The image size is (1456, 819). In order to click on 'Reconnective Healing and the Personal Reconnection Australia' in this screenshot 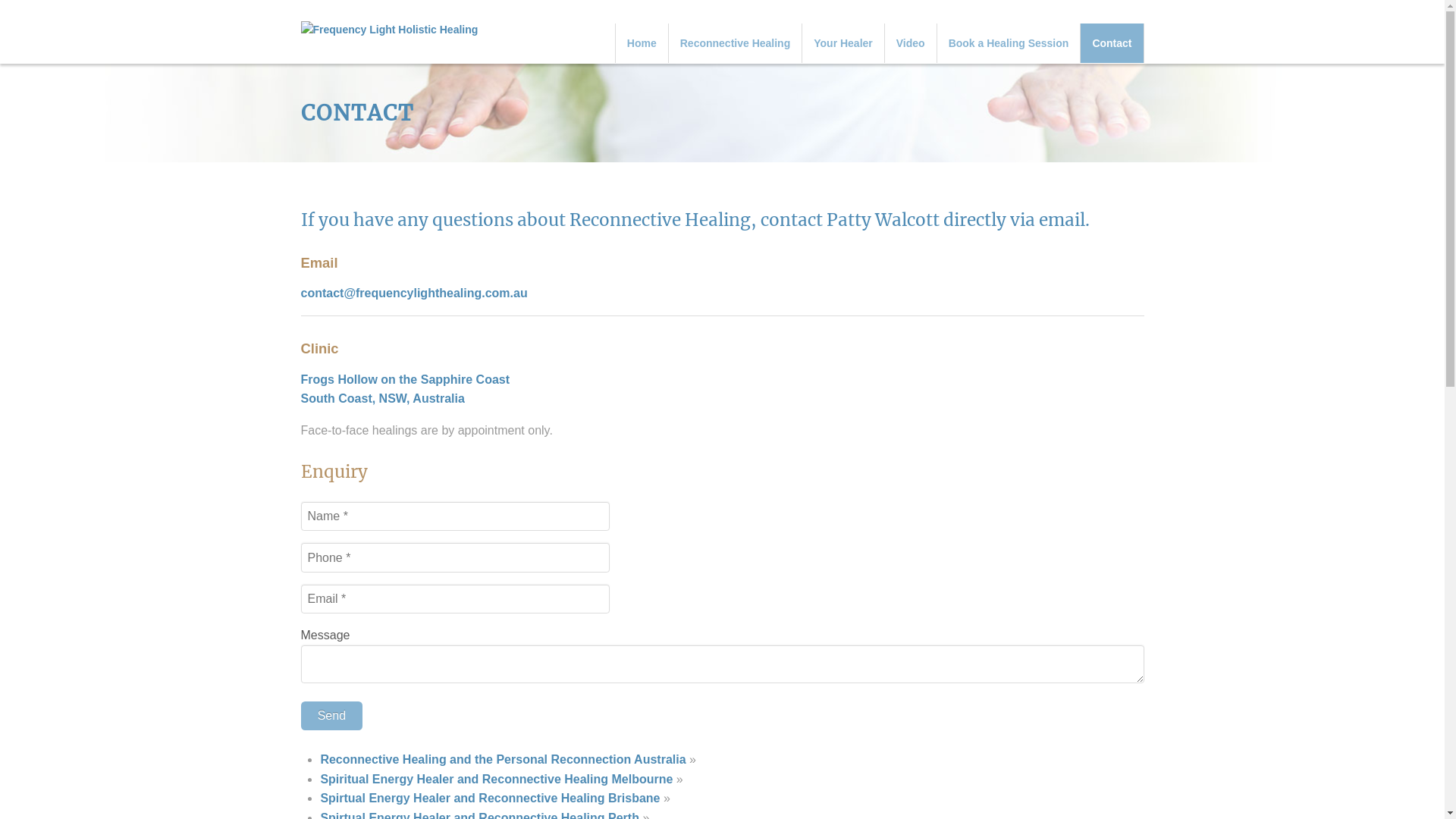, I will do `click(502, 759)`.